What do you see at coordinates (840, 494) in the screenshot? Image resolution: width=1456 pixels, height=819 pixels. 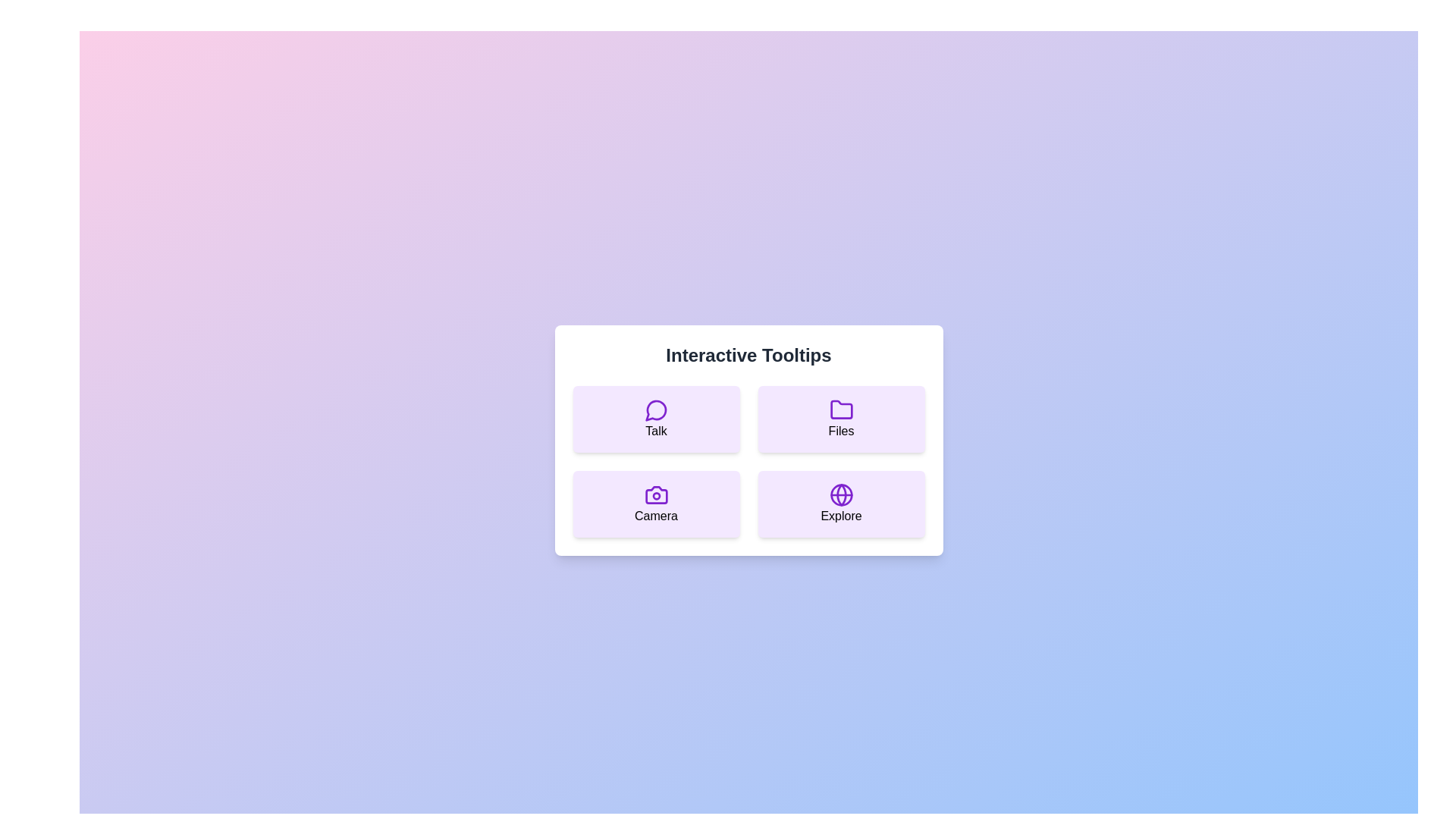 I see `the 'Explore' icon located in the bottom-right corner of the grid layout, which symbolizes global exploration functionality` at bounding box center [840, 494].